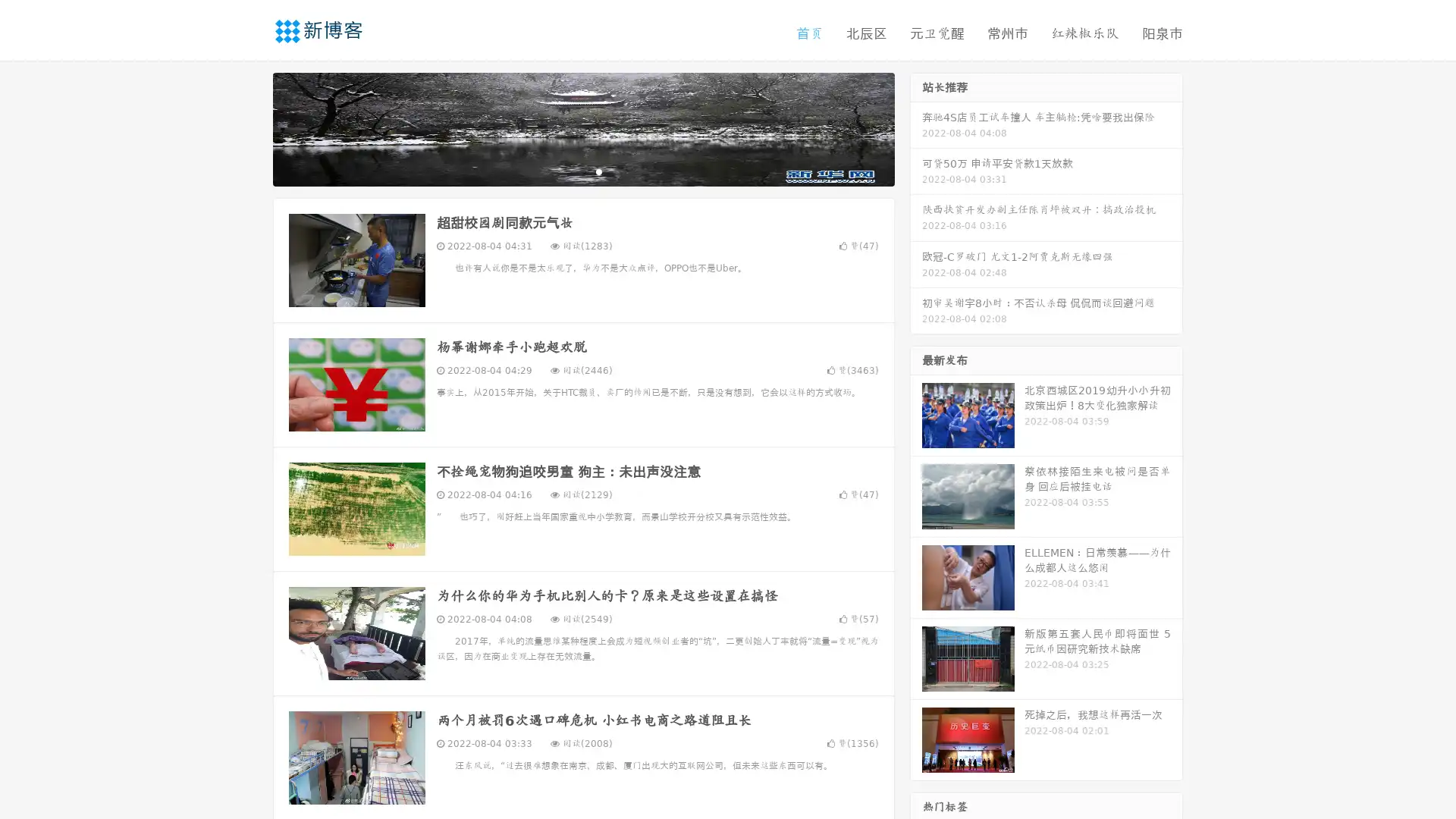 The width and height of the screenshot is (1456, 819). What do you see at coordinates (916, 127) in the screenshot?
I see `Next slide` at bounding box center [916, 127].